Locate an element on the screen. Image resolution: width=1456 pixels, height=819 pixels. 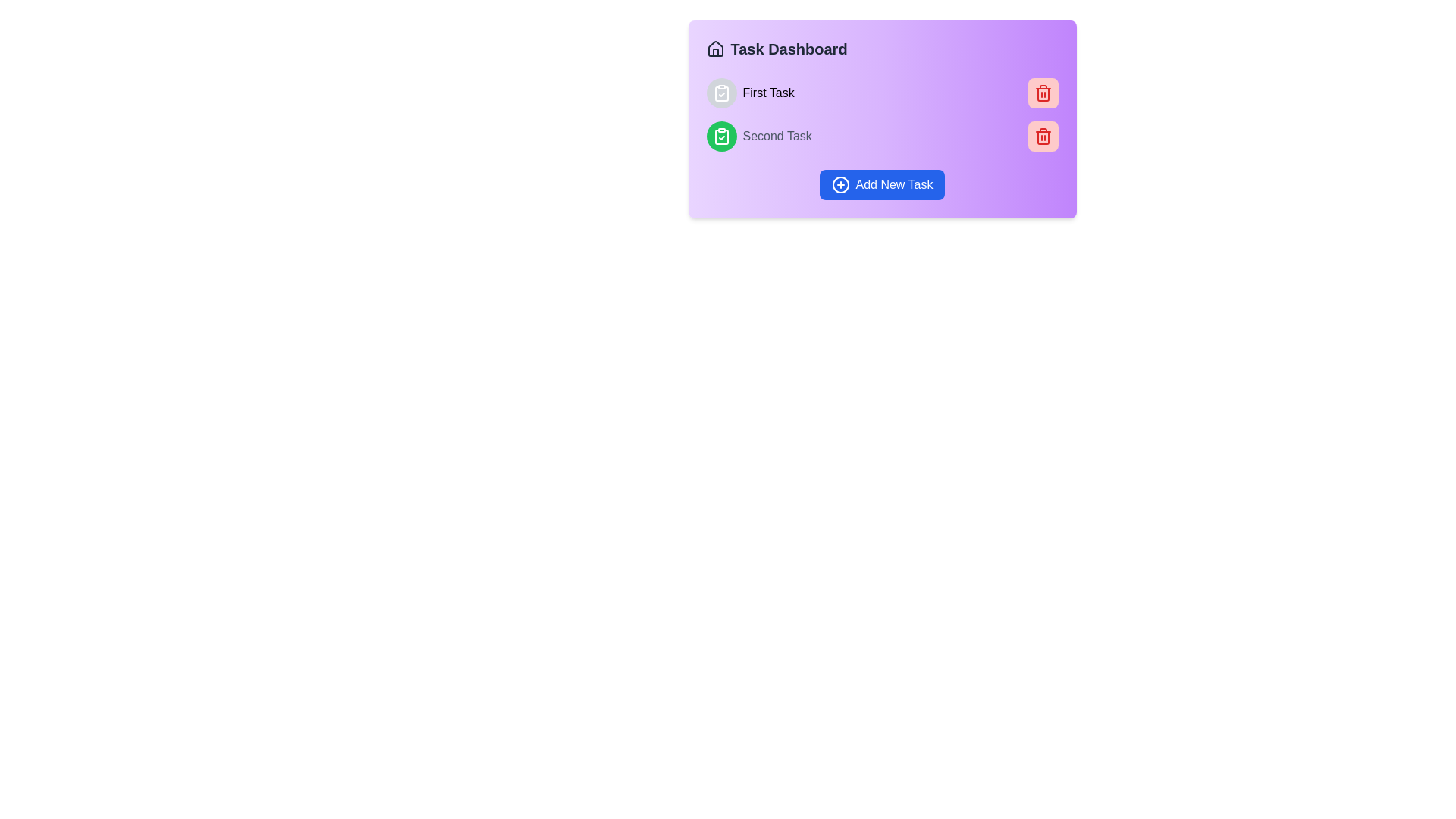
the house-shaped icon located above the text 'Task Dashboard' in the upper-left section of the interface is located at coordinates (714, 48).